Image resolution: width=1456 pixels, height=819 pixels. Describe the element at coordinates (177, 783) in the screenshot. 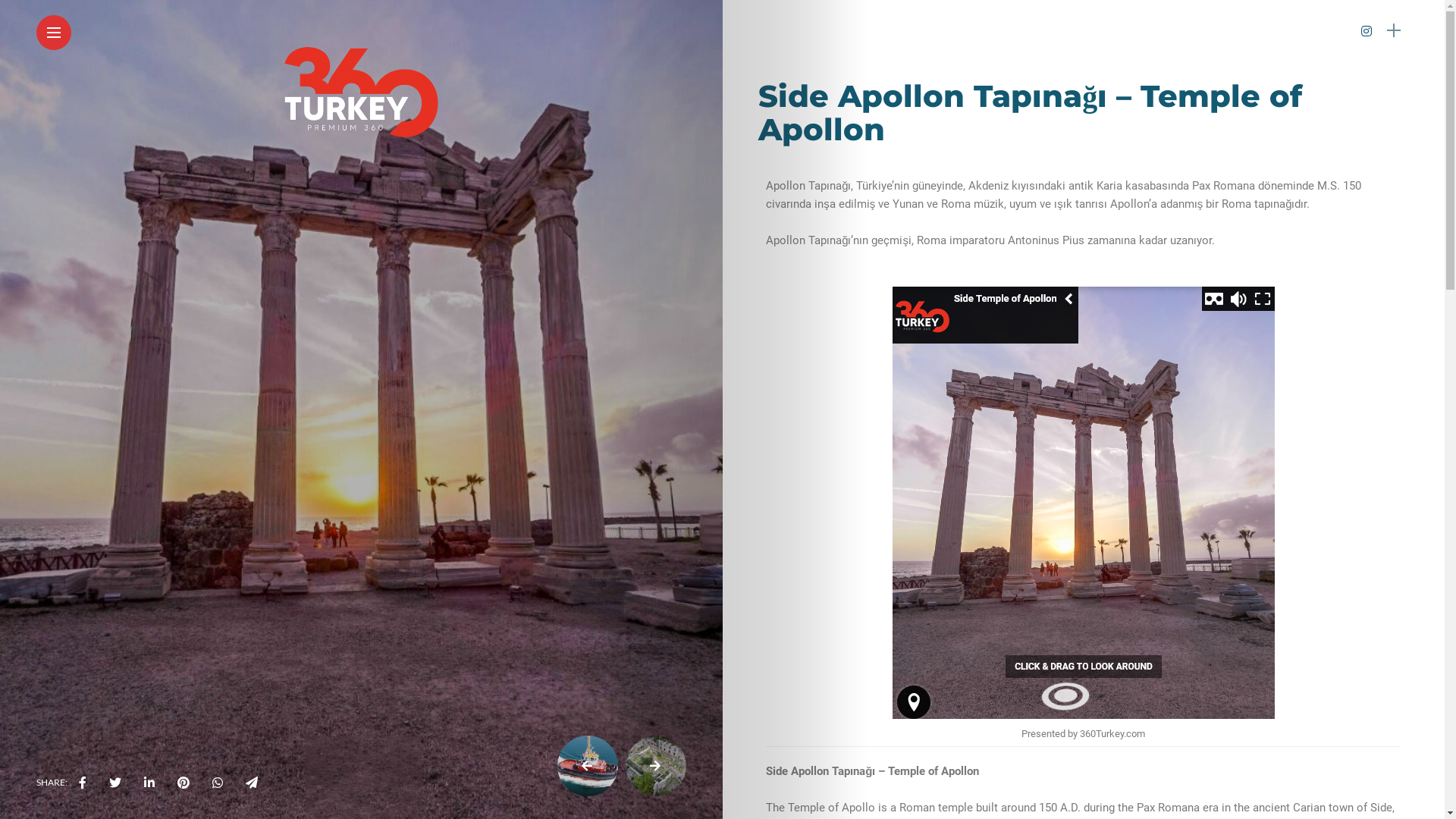

I see `'pinterest'` at that location.